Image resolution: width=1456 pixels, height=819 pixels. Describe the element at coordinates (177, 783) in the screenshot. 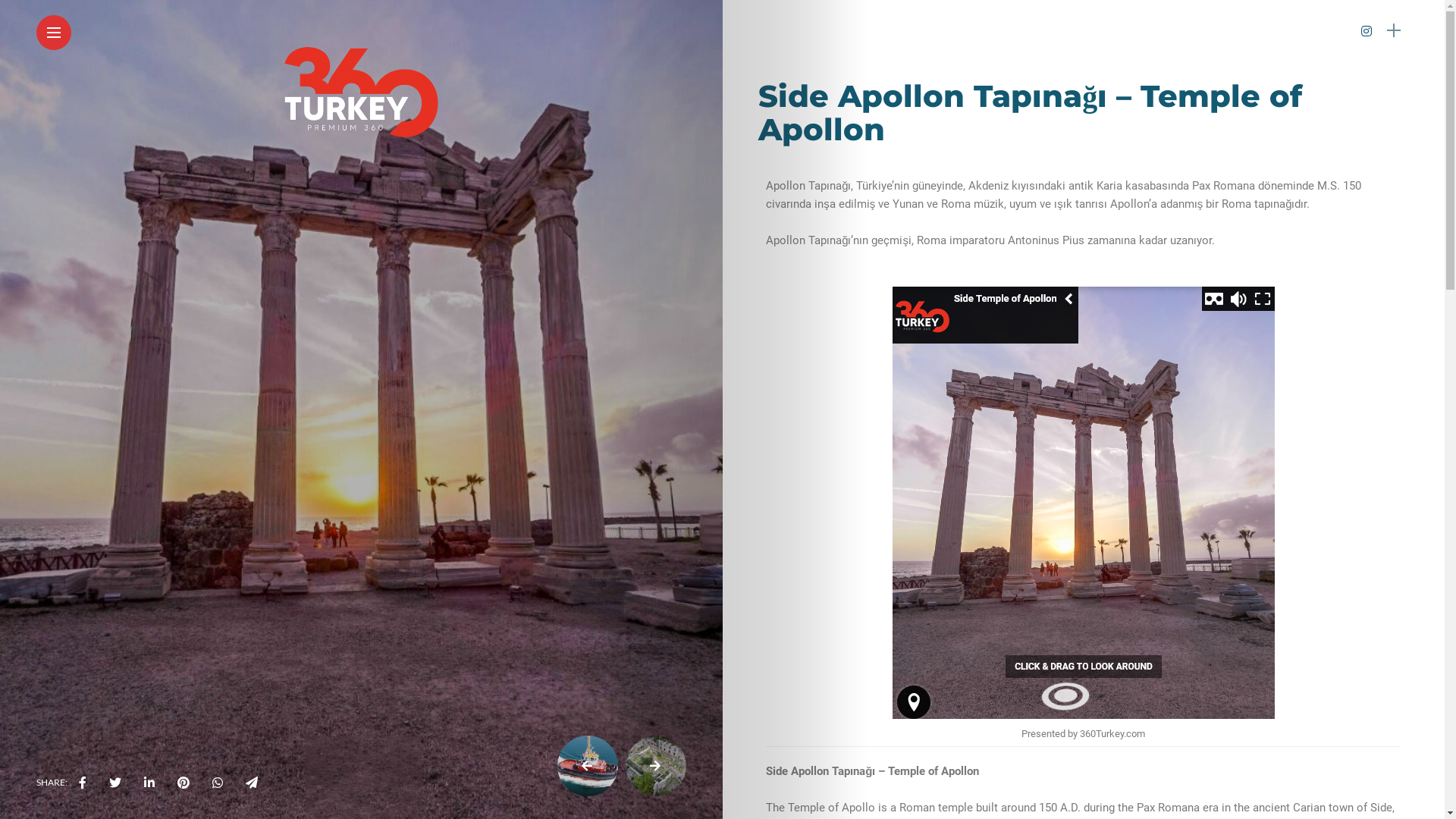

I see `'pinterest'` at that location.